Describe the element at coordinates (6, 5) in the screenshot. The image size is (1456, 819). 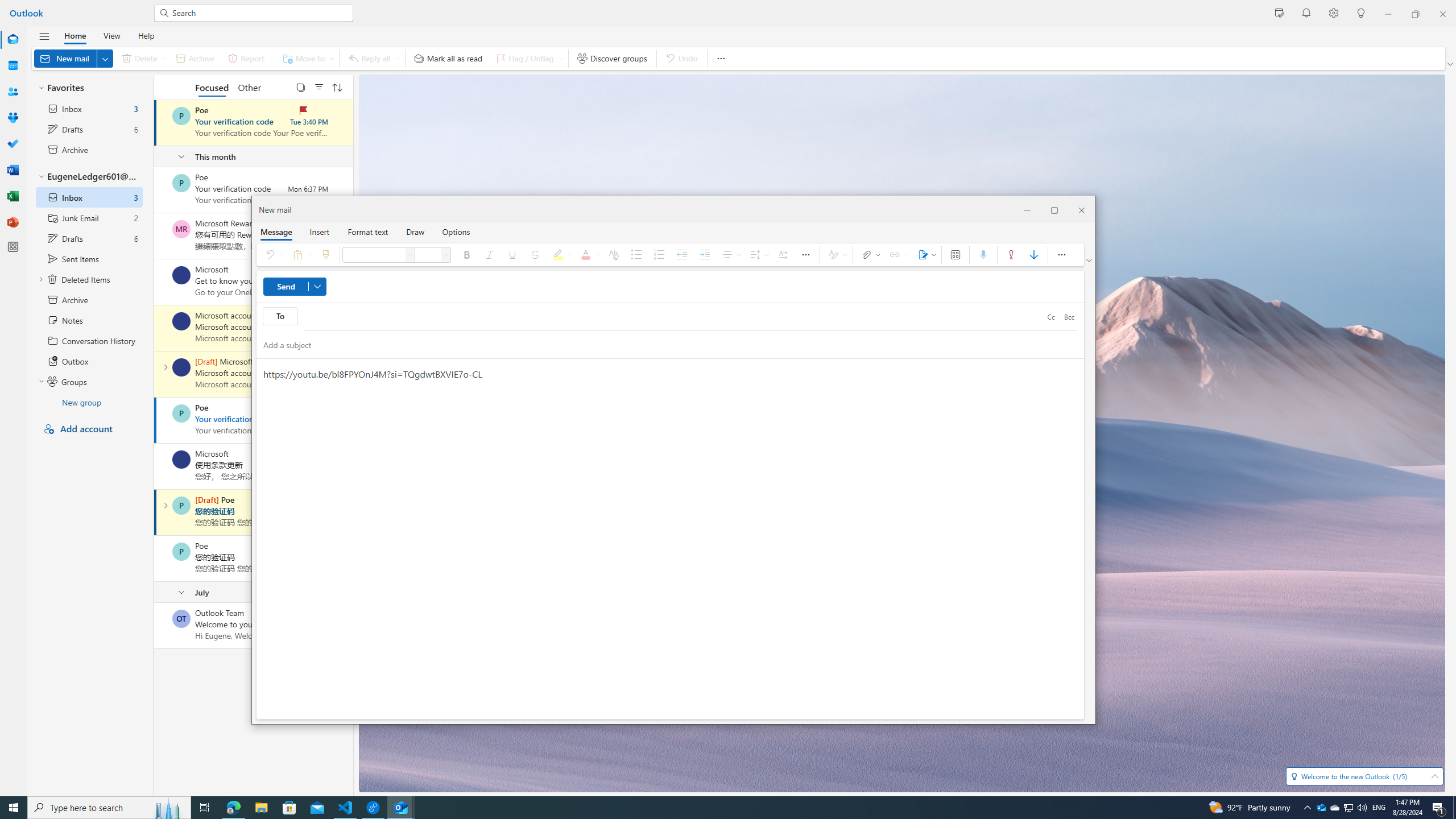
I see `'System'` at that location.